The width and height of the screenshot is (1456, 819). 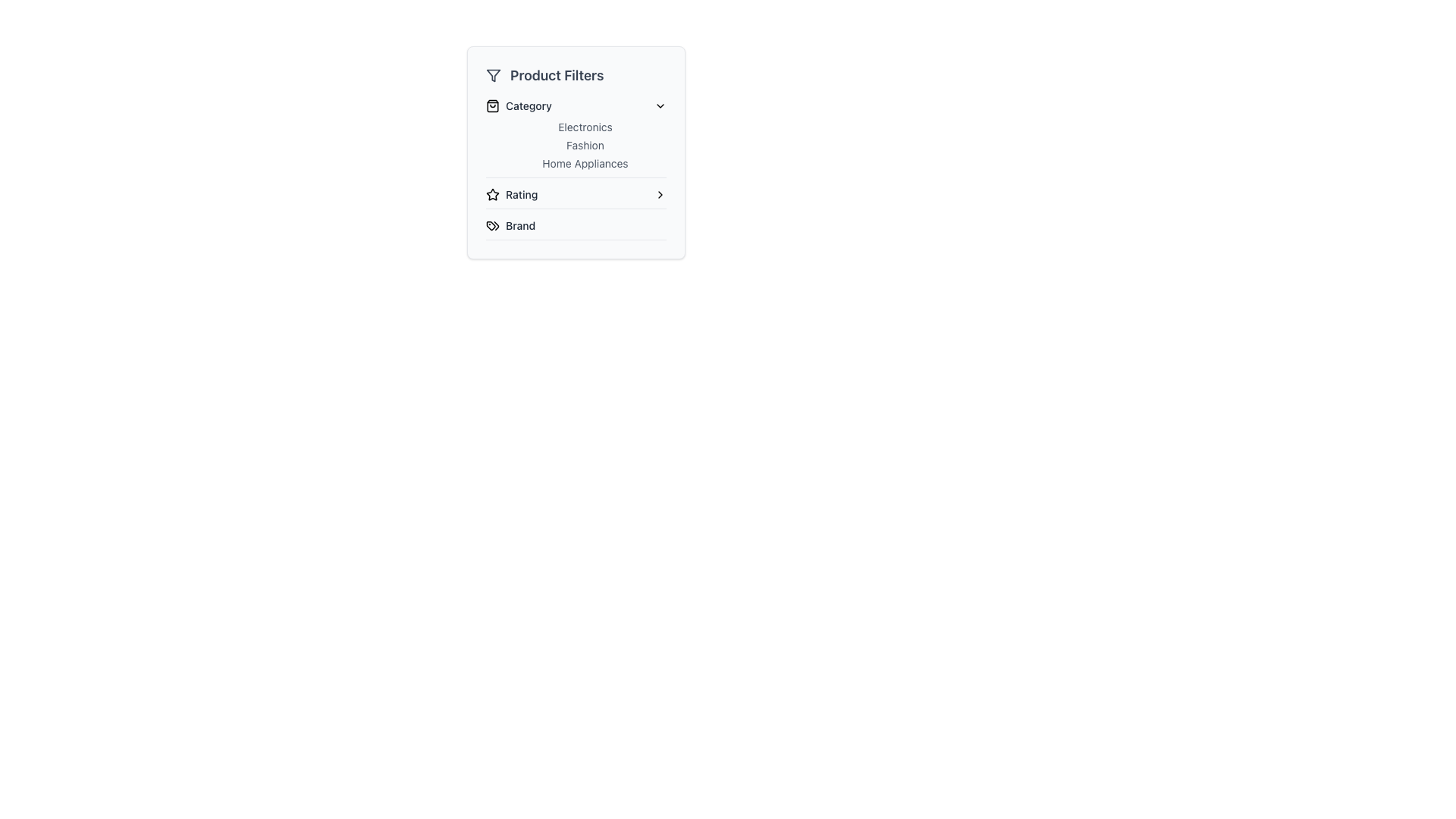 What do you see at coordinates (522, 194) in the screenshot?
I see `the 'Rating' text label, which is a medium-sized gray font located in the product filter sidebar, positioned next to a star icon` at bounding box center [522, 194].